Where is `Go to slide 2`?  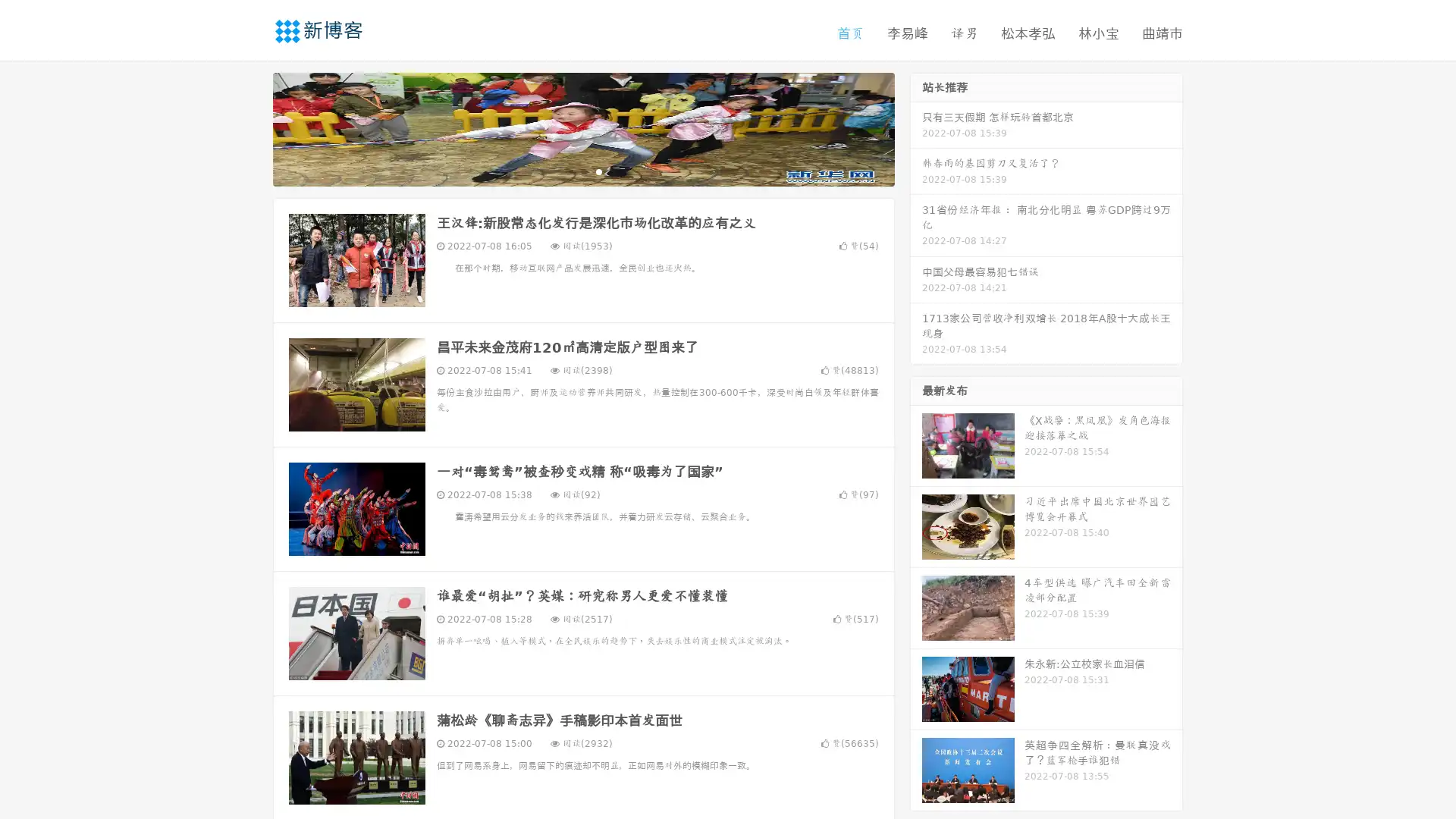
Go to slide 2 is located at coordinates (582, 171).